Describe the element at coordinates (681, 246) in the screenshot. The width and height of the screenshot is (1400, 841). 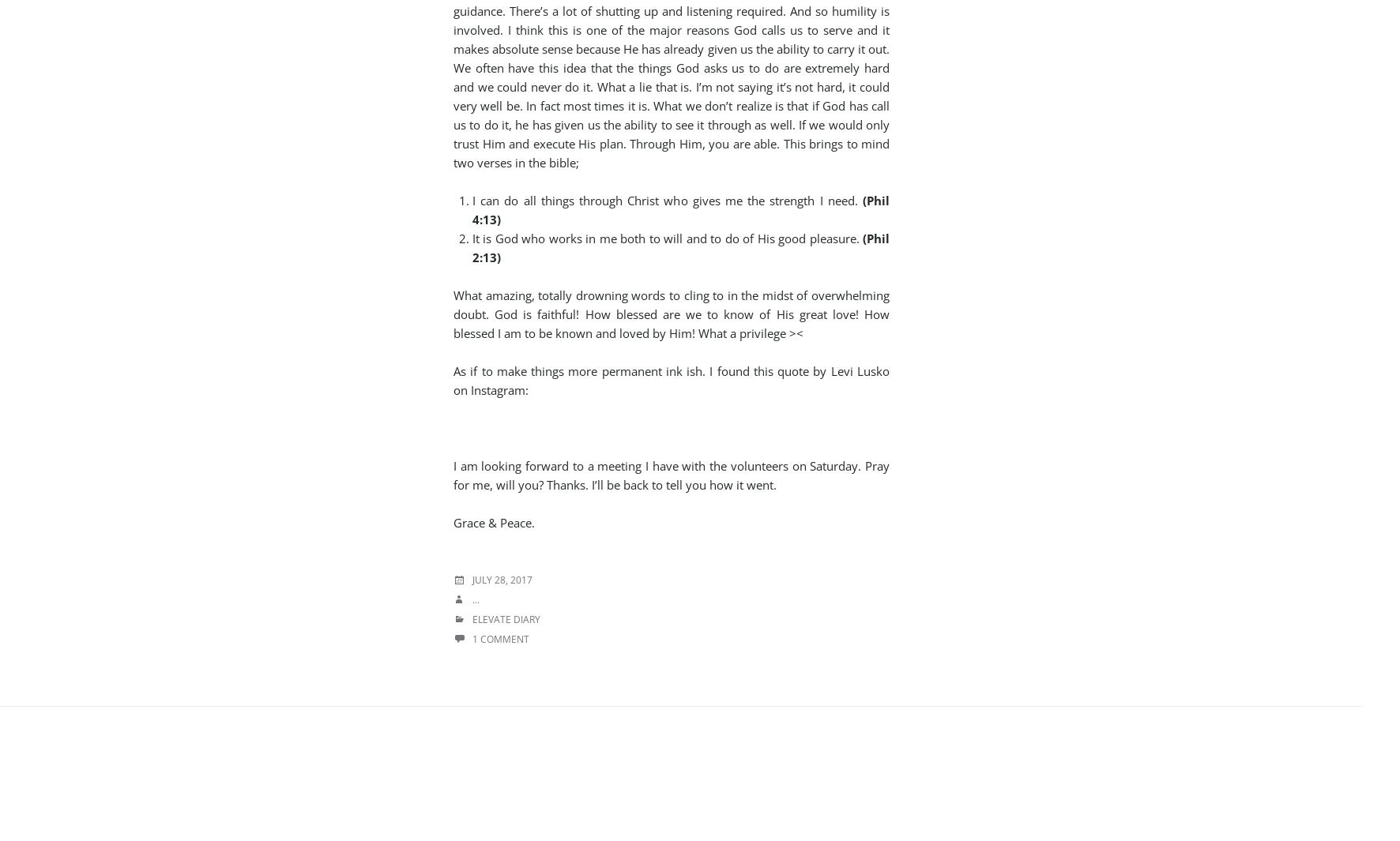
I see `'(Phil 2:13)'` at that location.